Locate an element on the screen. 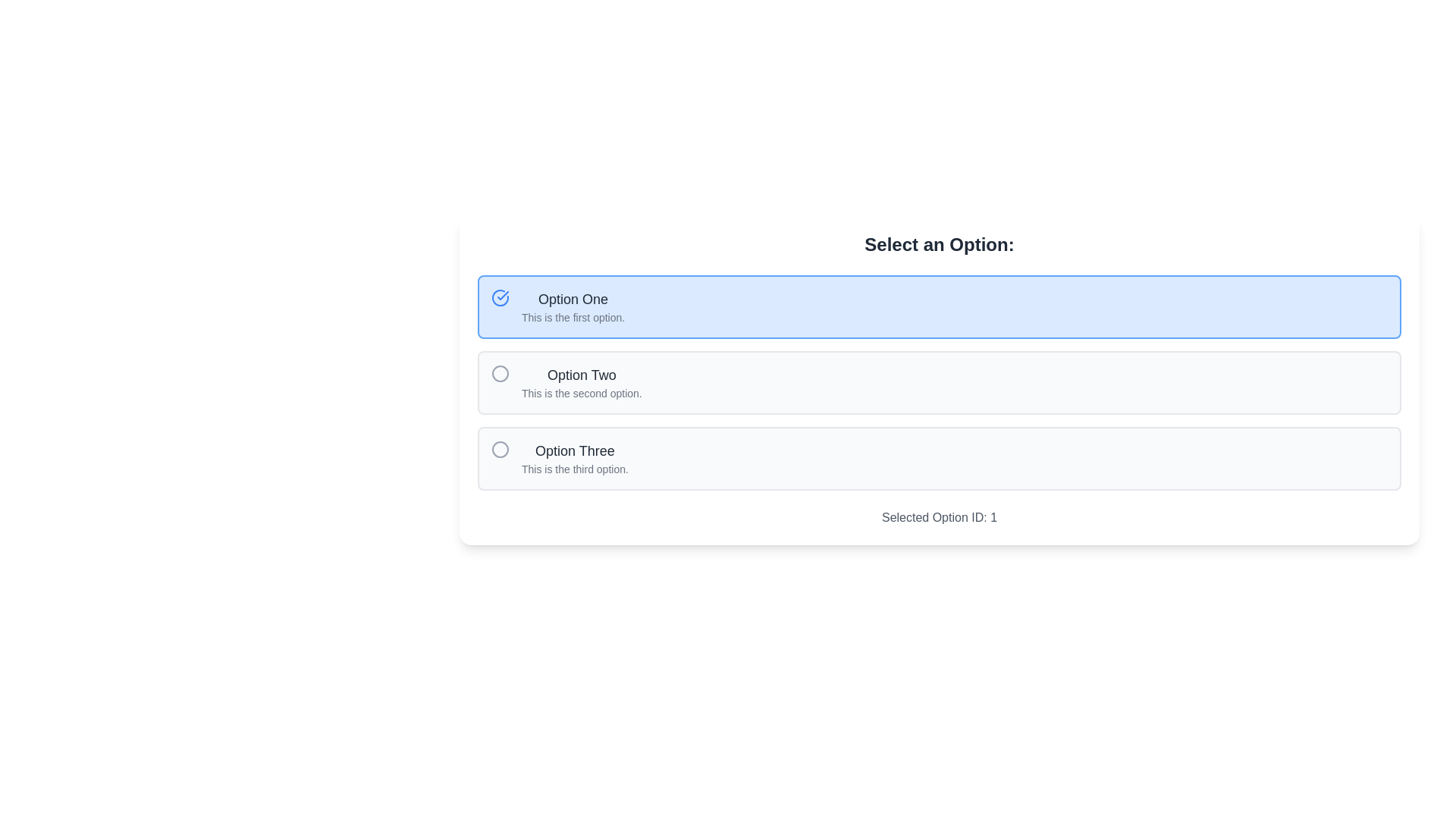 The width and height of the screenshot is (1456, 819). the text header labeled 'Select an Option:' which is positioned at the top of the selectable options interface is located at coordinates (938, 244).